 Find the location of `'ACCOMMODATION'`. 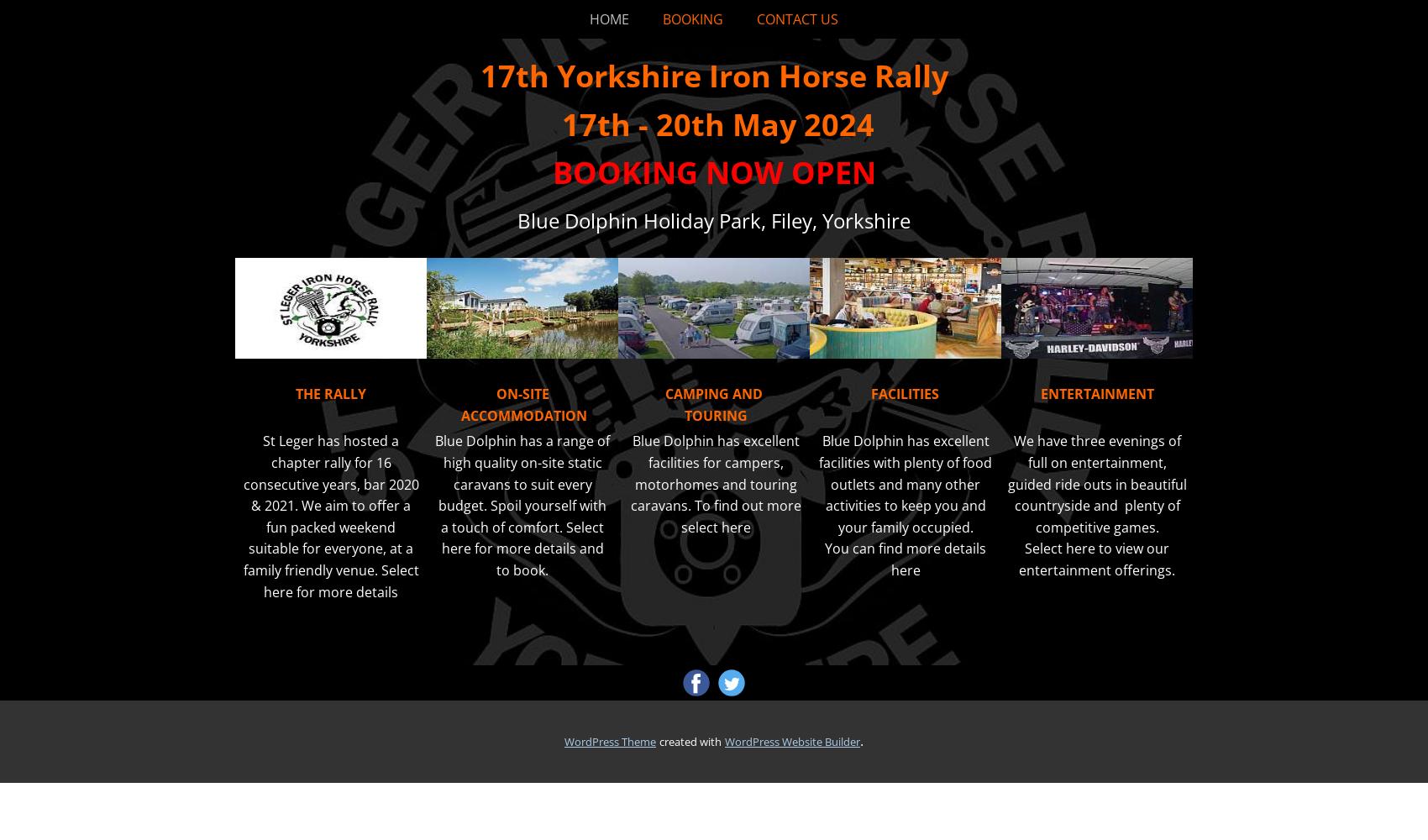

'ACCOMMODATION' is located at coordinates (457, 414).